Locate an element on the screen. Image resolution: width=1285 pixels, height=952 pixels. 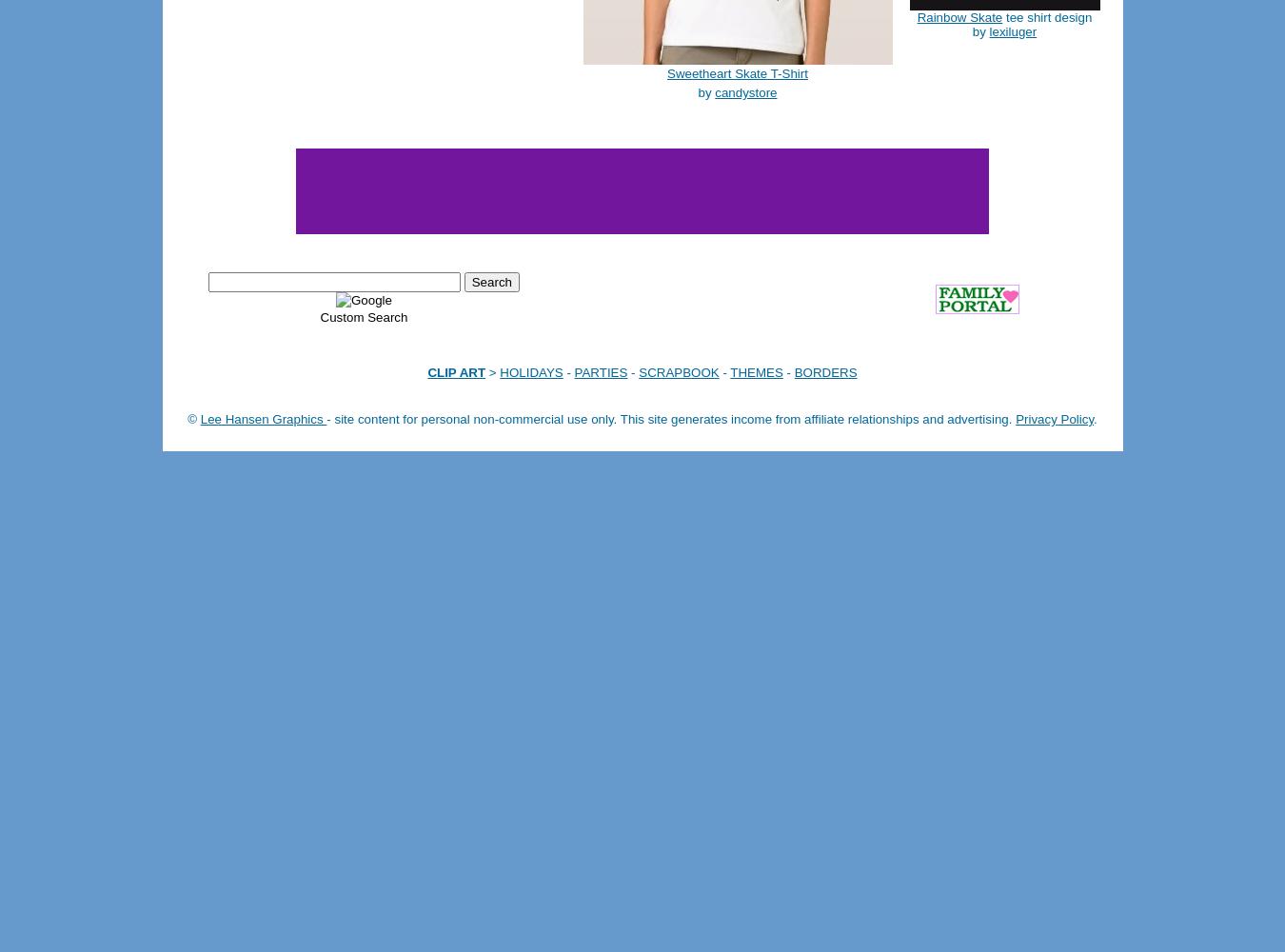
'lexiluger' is located at coordinates (1012, 30).